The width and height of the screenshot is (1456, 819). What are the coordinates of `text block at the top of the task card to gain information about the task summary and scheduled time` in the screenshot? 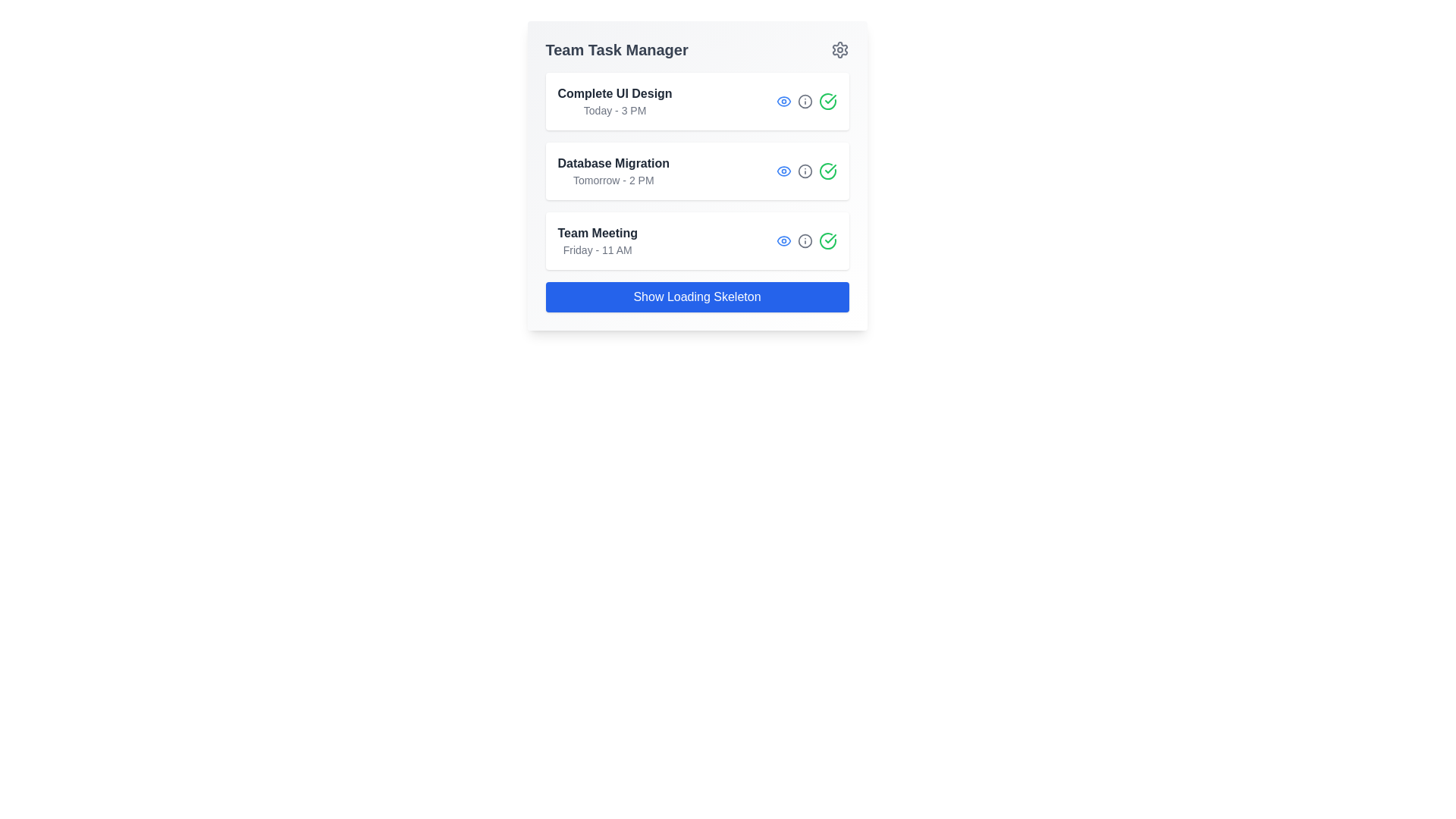 It's located at (615, 102).